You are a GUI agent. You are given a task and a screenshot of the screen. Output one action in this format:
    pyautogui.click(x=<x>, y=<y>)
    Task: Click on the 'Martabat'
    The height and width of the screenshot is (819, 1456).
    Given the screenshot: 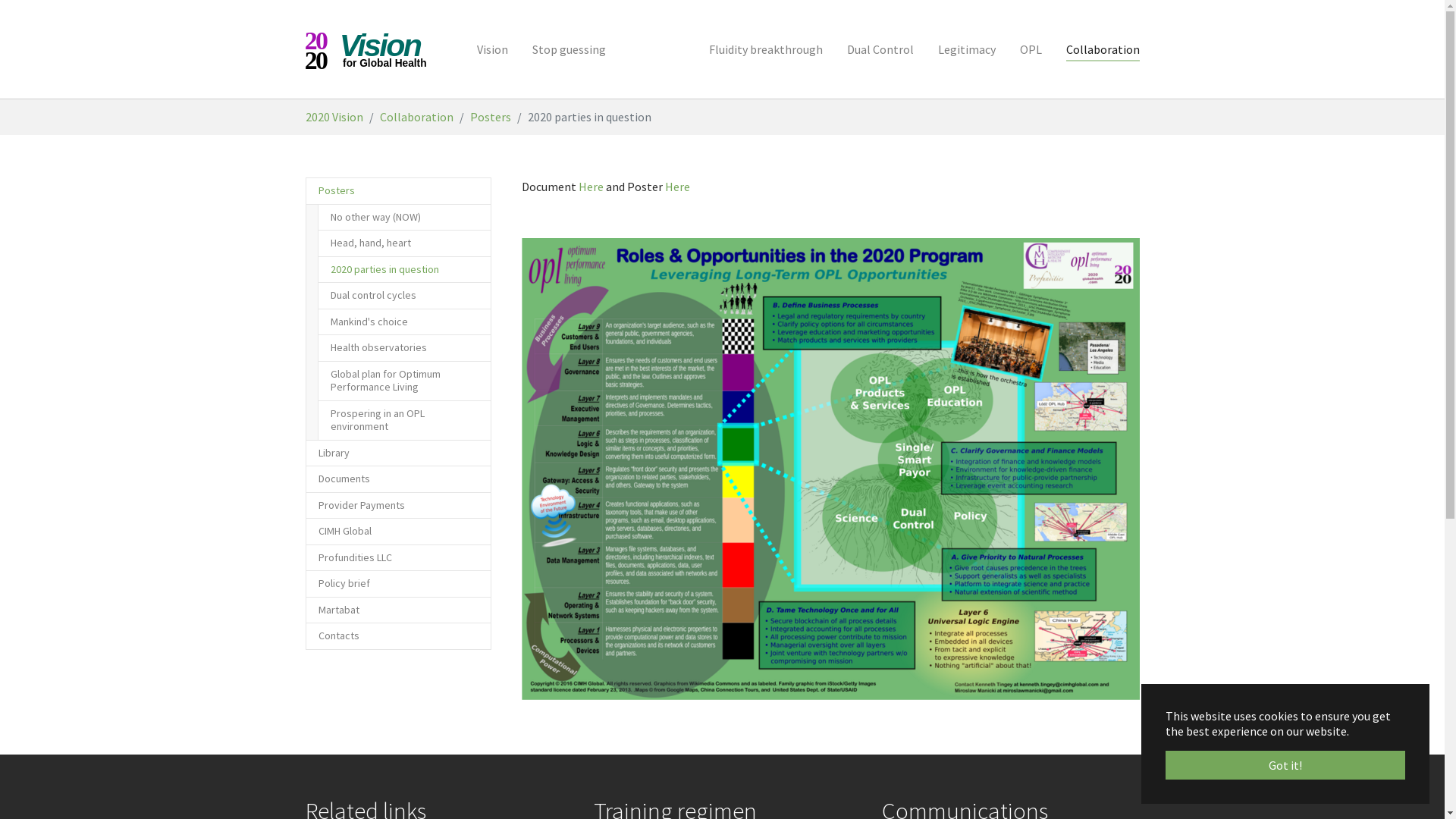 What is the action you would take?
    pyautogui.click(x=397, y=608)
    